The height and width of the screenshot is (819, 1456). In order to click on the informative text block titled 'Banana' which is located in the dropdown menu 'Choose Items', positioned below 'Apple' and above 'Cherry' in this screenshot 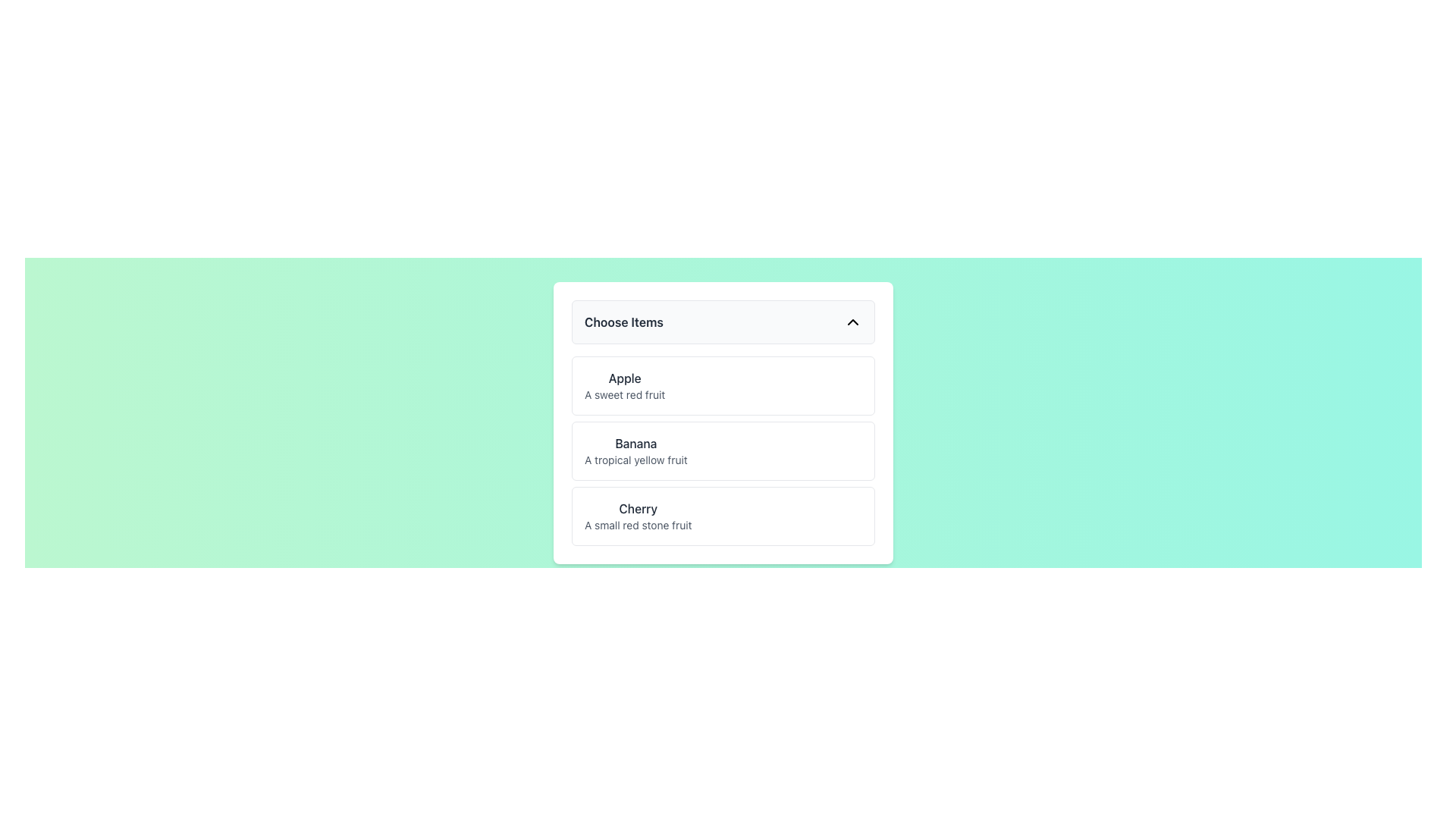, I will do `click(635, 450)`.